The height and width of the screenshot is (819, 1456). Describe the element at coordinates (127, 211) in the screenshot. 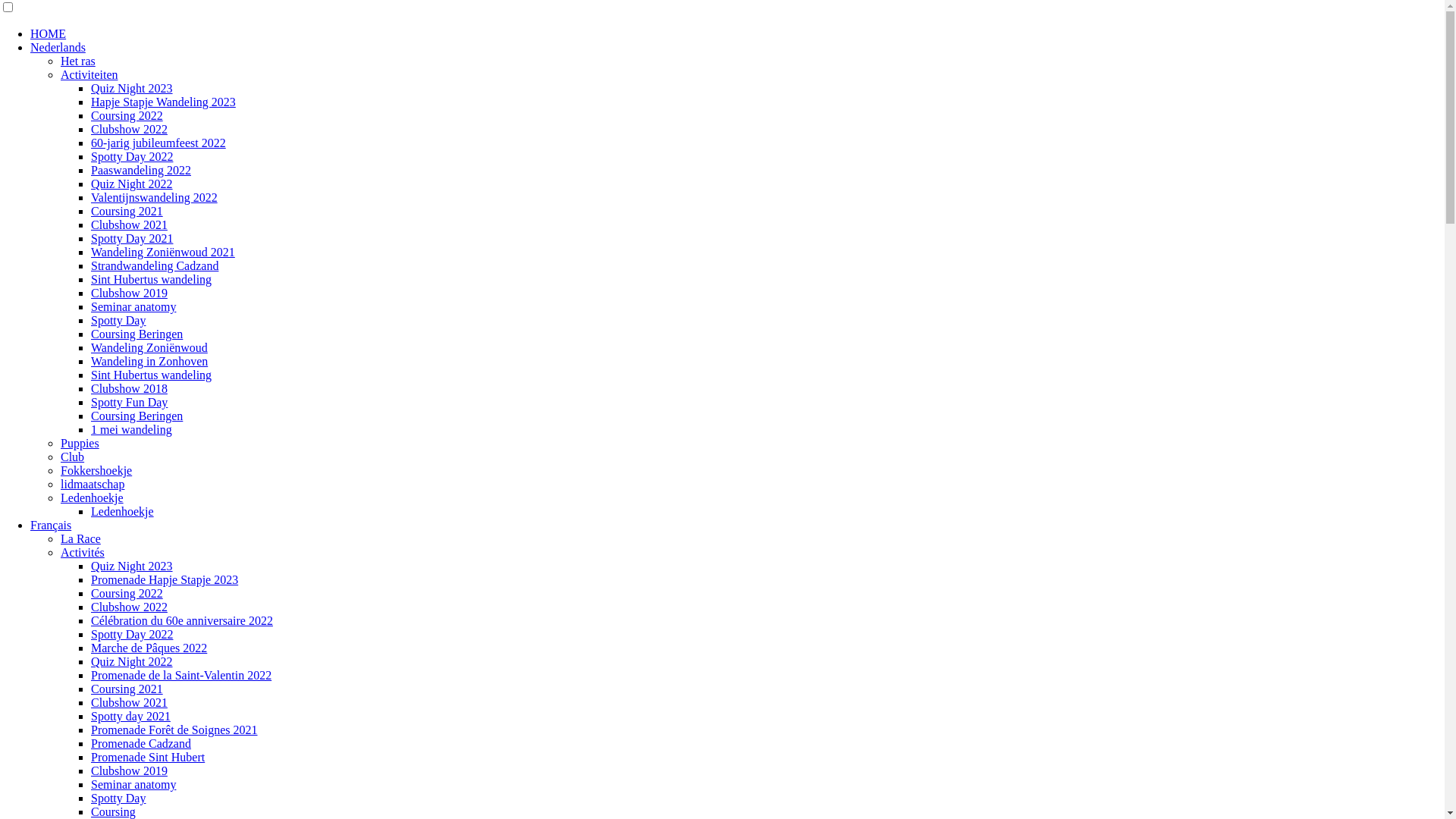

I see `'Coursing 2021'` at that location.